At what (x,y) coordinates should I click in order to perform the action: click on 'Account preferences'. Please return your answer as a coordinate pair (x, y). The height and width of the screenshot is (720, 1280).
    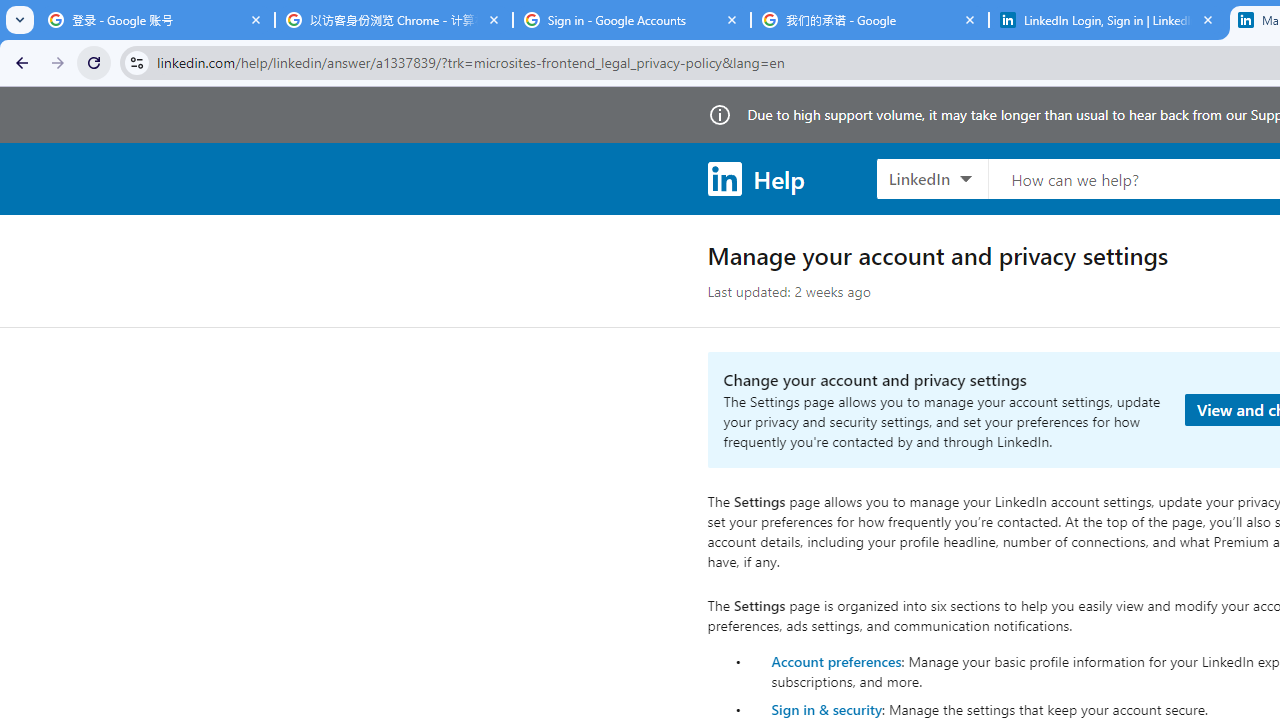
    Looking at the image, I should click on (836, 660).